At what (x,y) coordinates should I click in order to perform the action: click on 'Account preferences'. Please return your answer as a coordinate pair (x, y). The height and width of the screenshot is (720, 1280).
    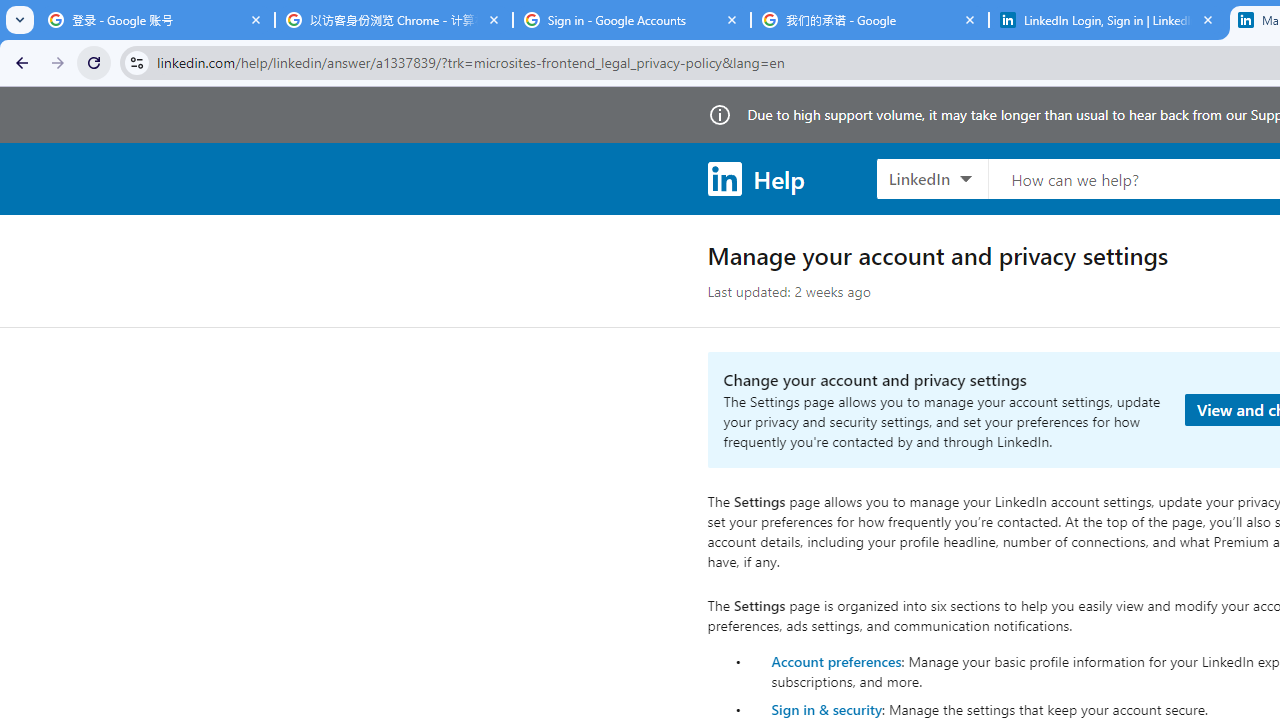
    Looking at the image, I should click on (836, 660).